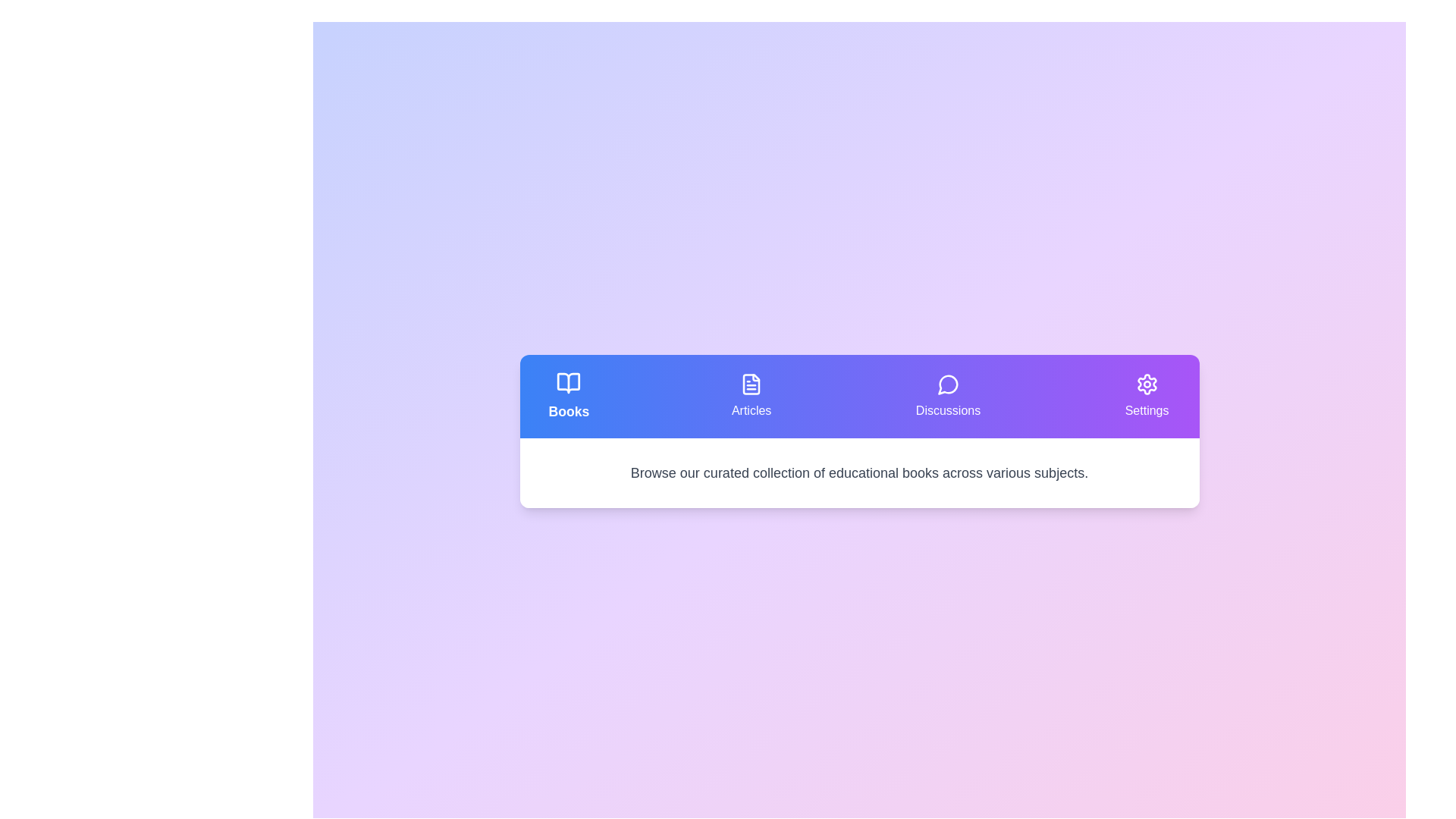  I want to click on the Articles tab, so click(752, 396).